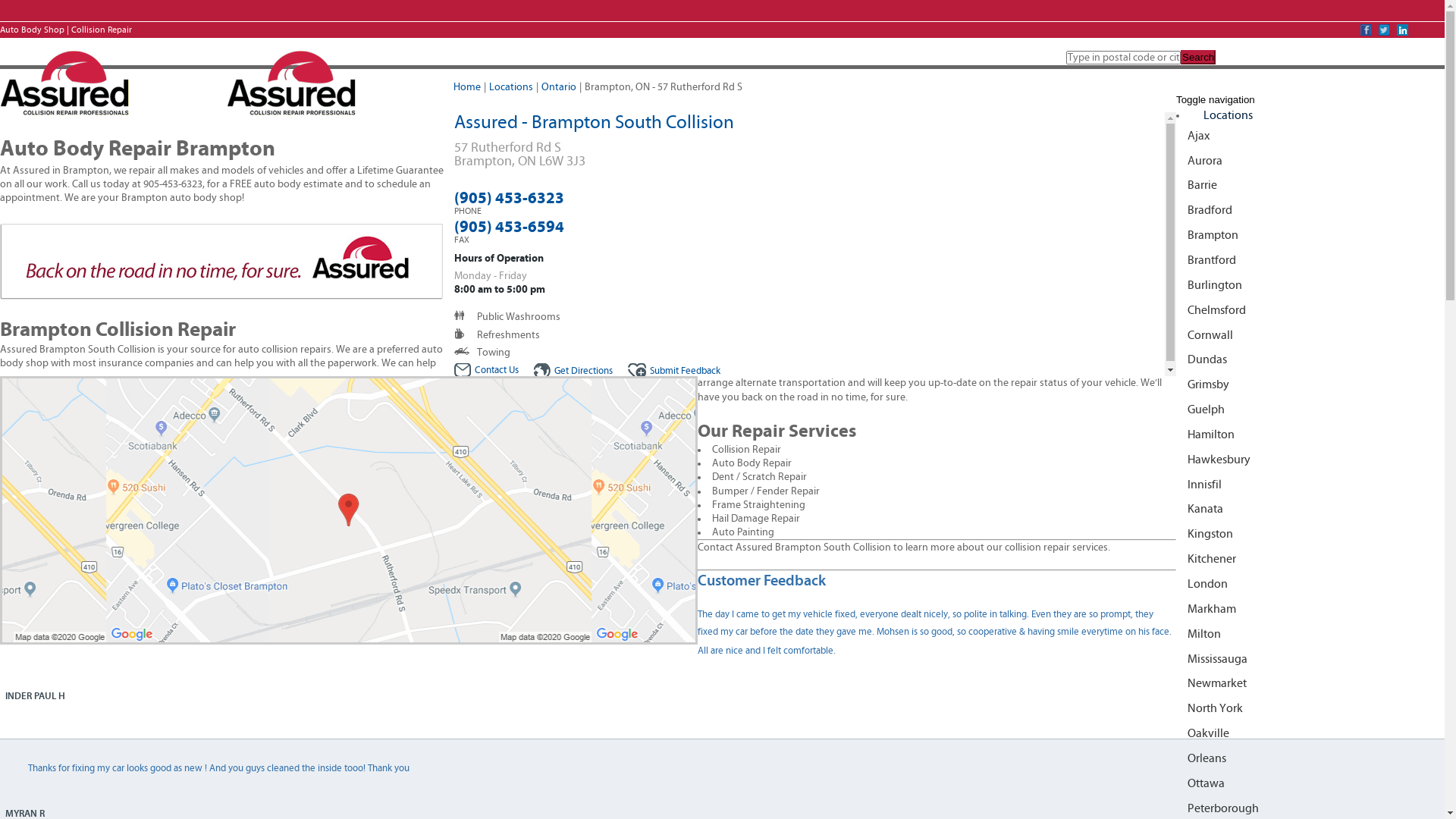 The height and width of the screenshot is (819, 1456). What do you see at coordinates (508, 197) in the screenshot?
I see `'(905) 453-6323'` at bounding box center [508, 197].